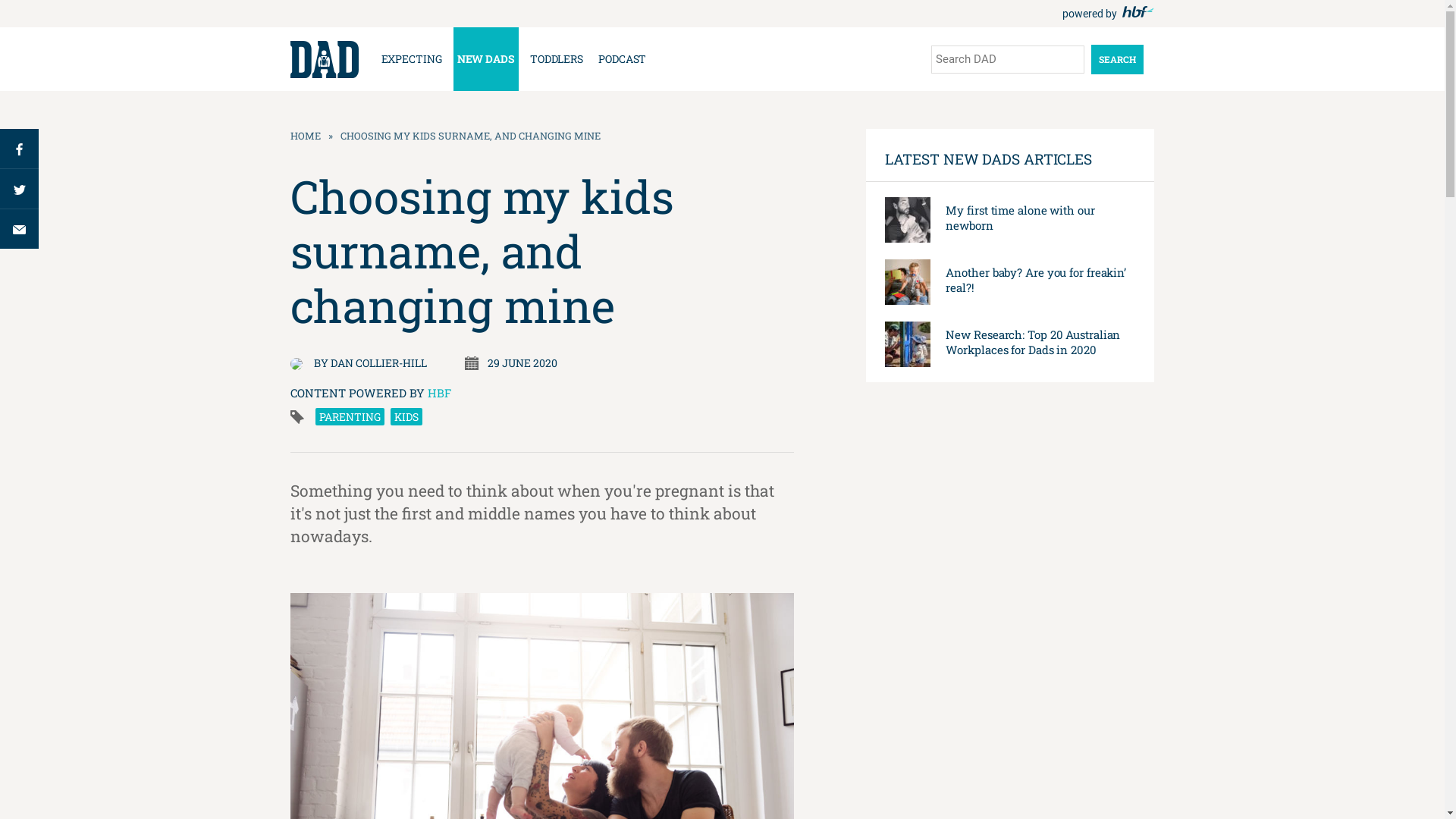  What do you see at coordinates (1061, 14) in the screenshot?
I see `'powered by hbf'` at bounding box center [1061, 14].